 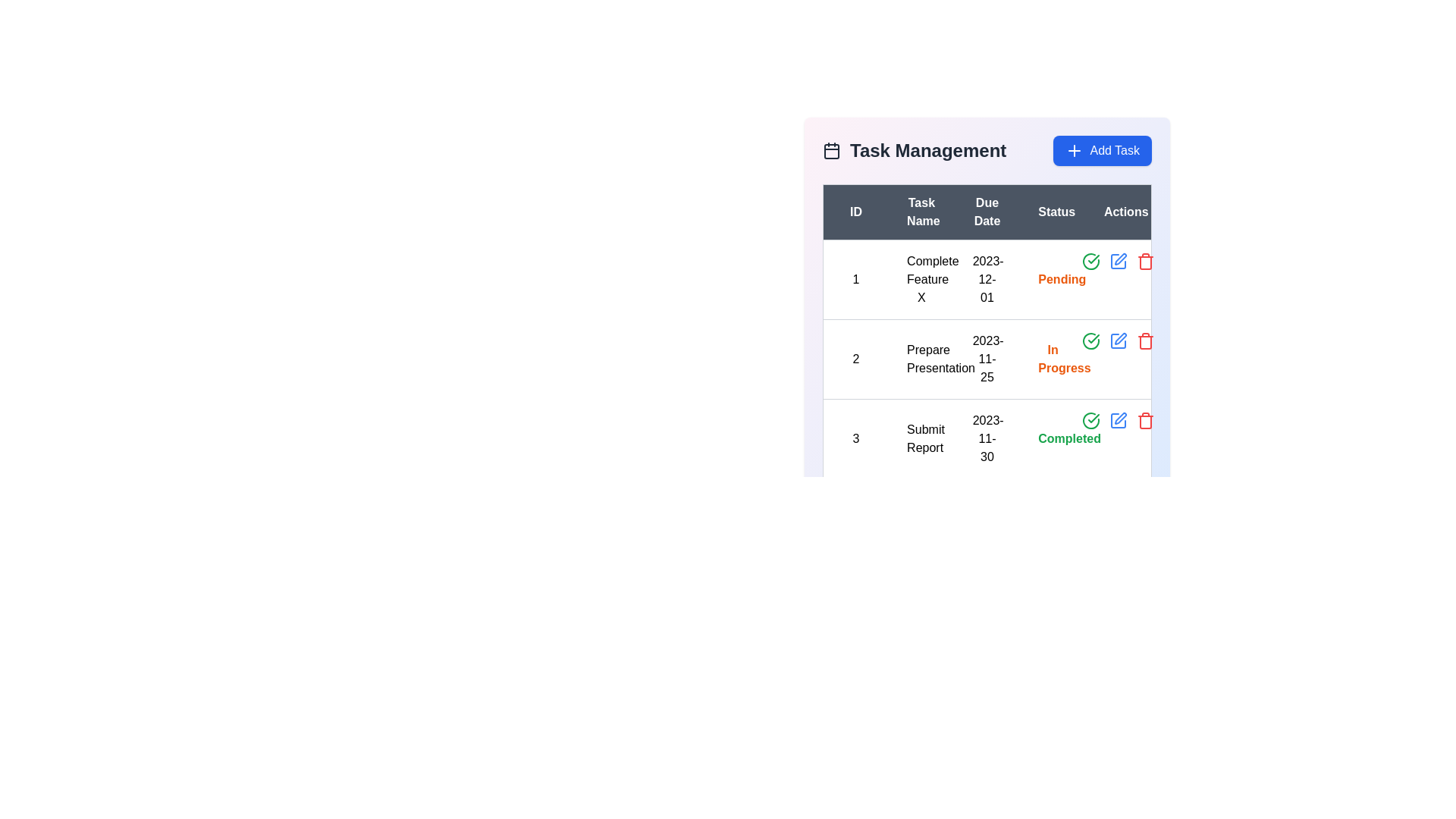 What do you see at coordinates (831, 151) in the screenshot?
I see `the calendar icon, which is a rounded square frame with a calendar-like grid, located to the left of the 'Task Management' text` at bounding box center [831, 151].